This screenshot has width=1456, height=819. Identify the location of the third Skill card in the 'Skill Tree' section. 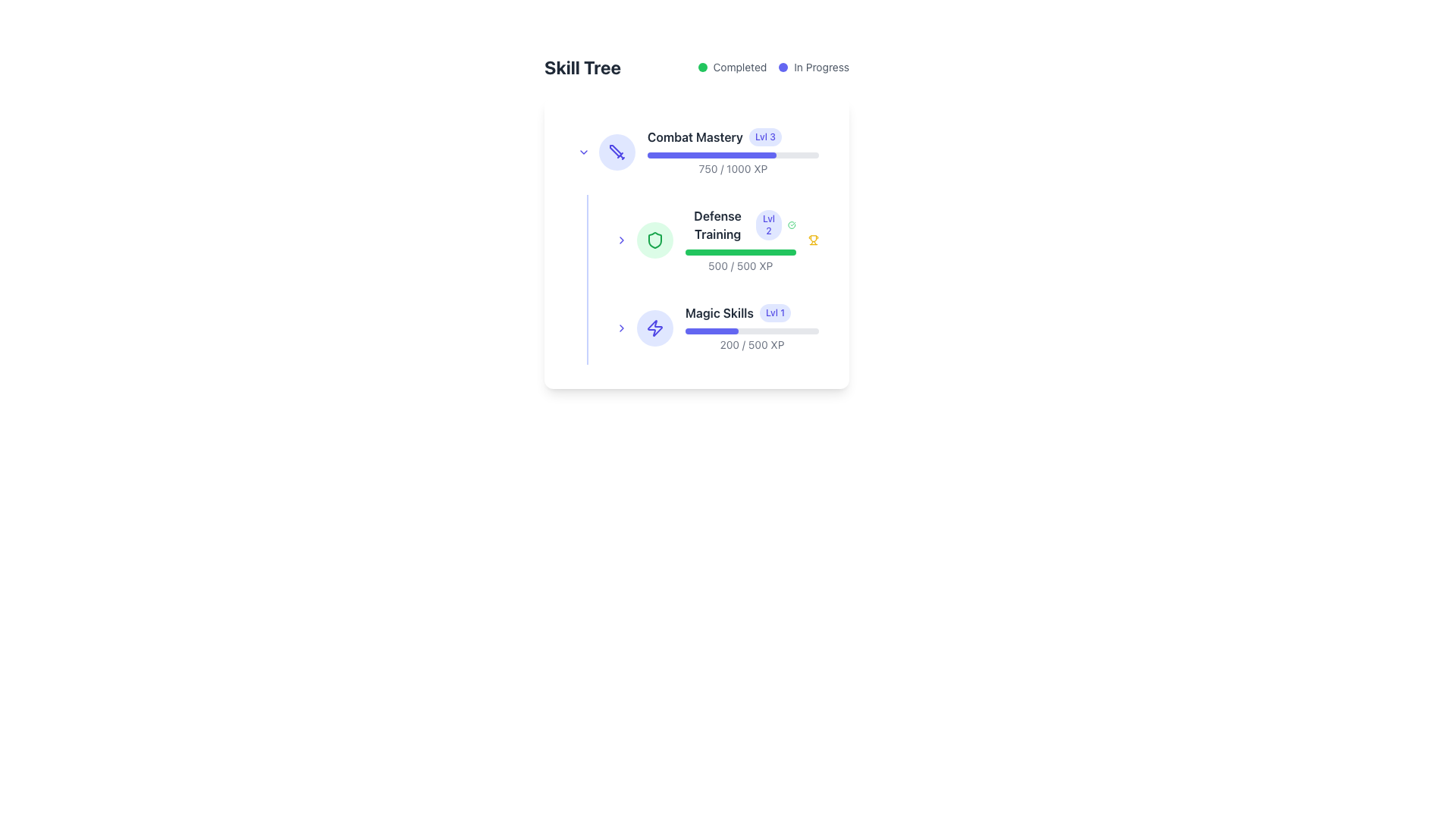
(715, 327).